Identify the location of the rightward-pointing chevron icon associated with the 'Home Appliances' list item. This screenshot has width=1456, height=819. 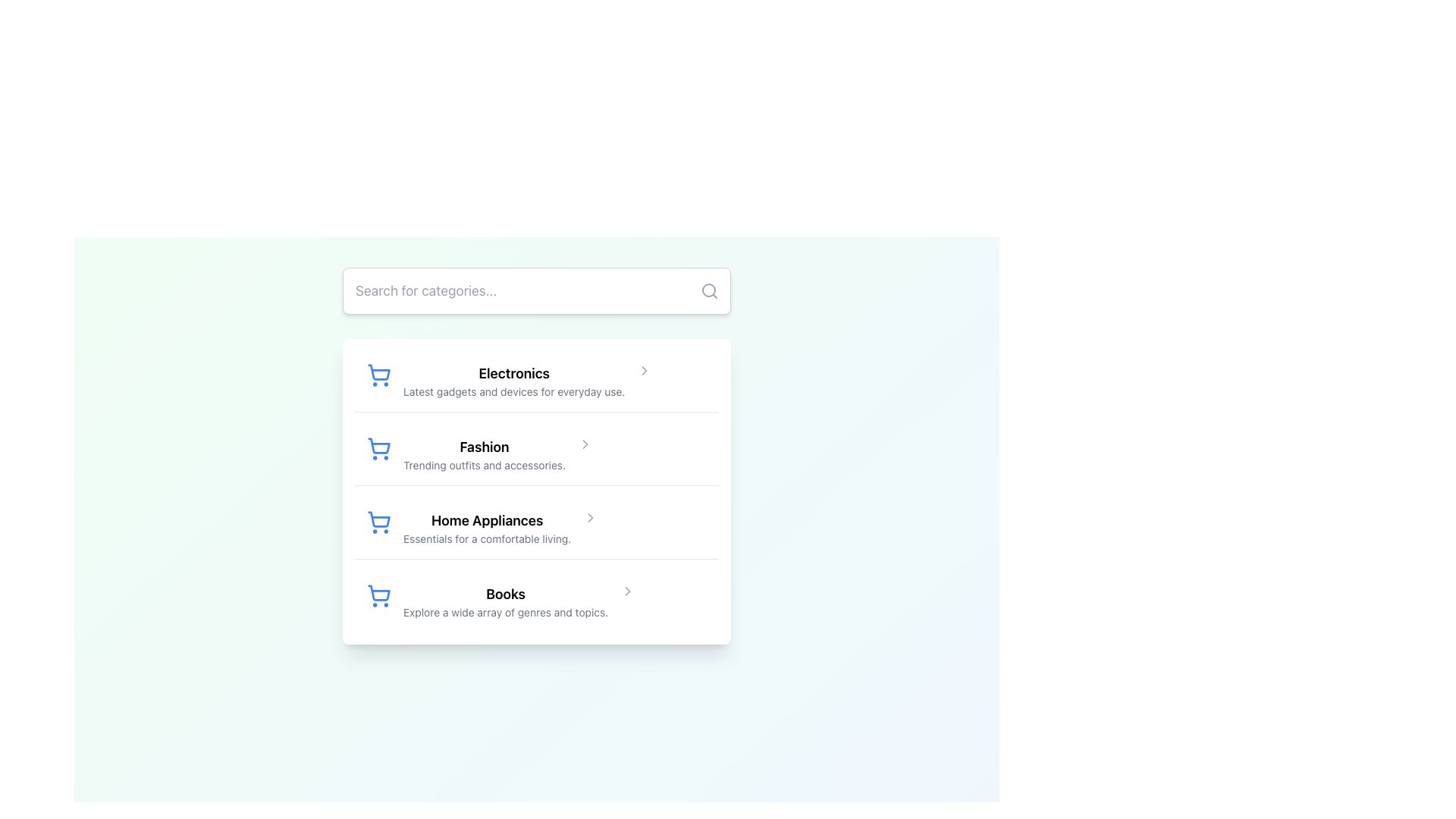
(590, 516).